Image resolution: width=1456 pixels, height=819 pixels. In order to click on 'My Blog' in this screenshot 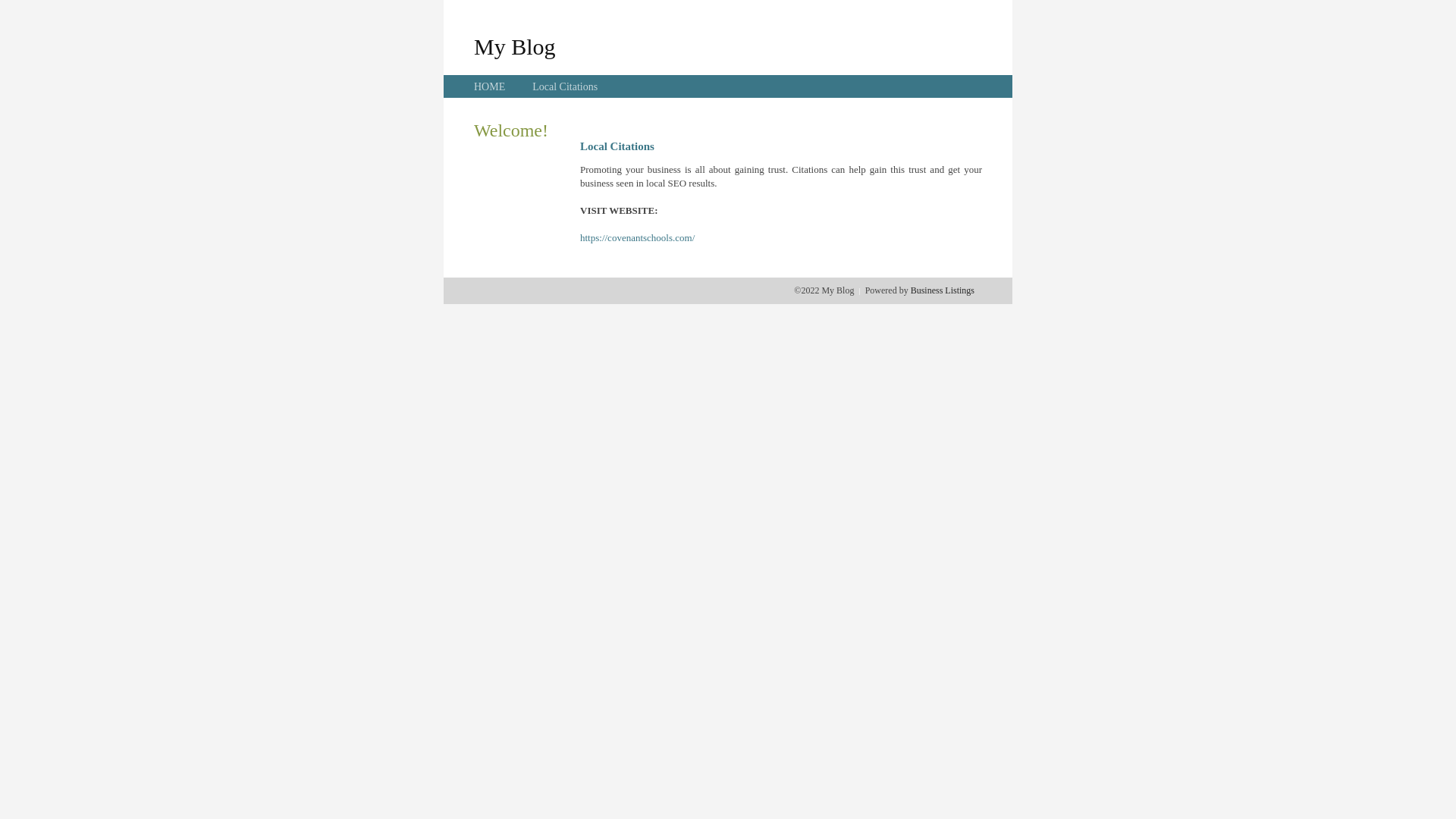, I will do `click(472, 45)`.